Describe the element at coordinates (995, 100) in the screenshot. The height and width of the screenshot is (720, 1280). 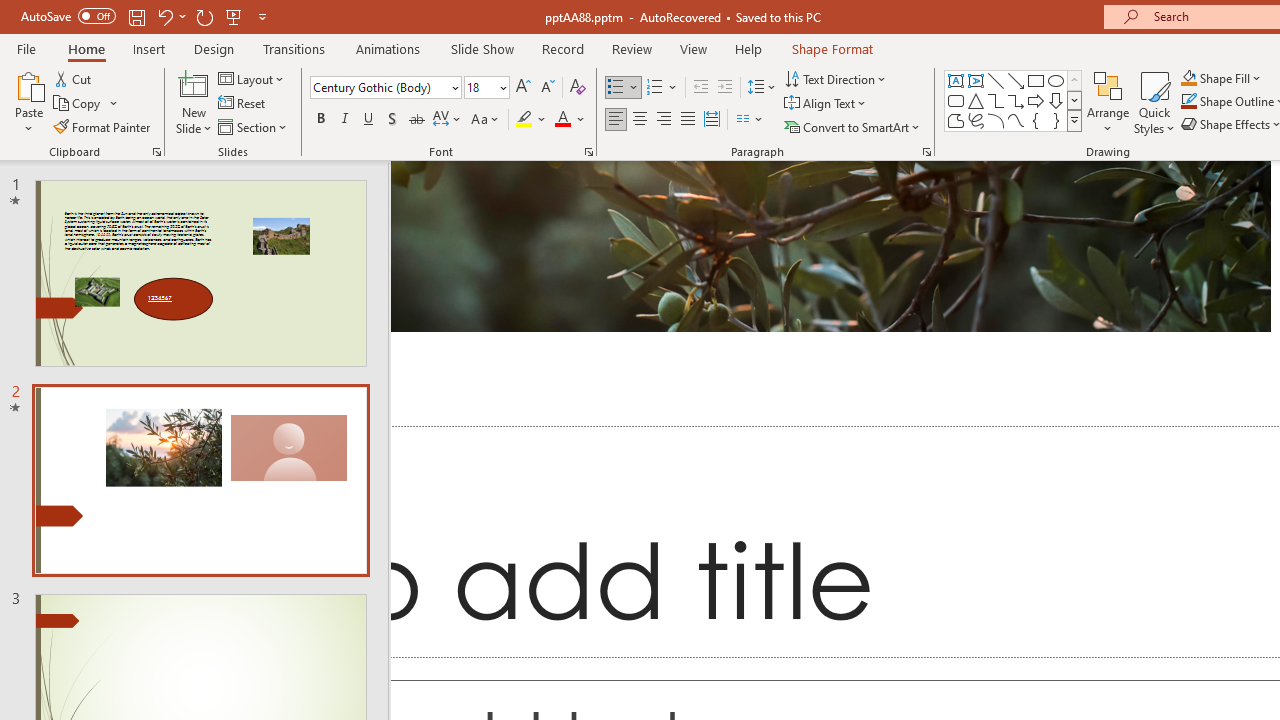
I see `'Connector: Elbow'` at that location.